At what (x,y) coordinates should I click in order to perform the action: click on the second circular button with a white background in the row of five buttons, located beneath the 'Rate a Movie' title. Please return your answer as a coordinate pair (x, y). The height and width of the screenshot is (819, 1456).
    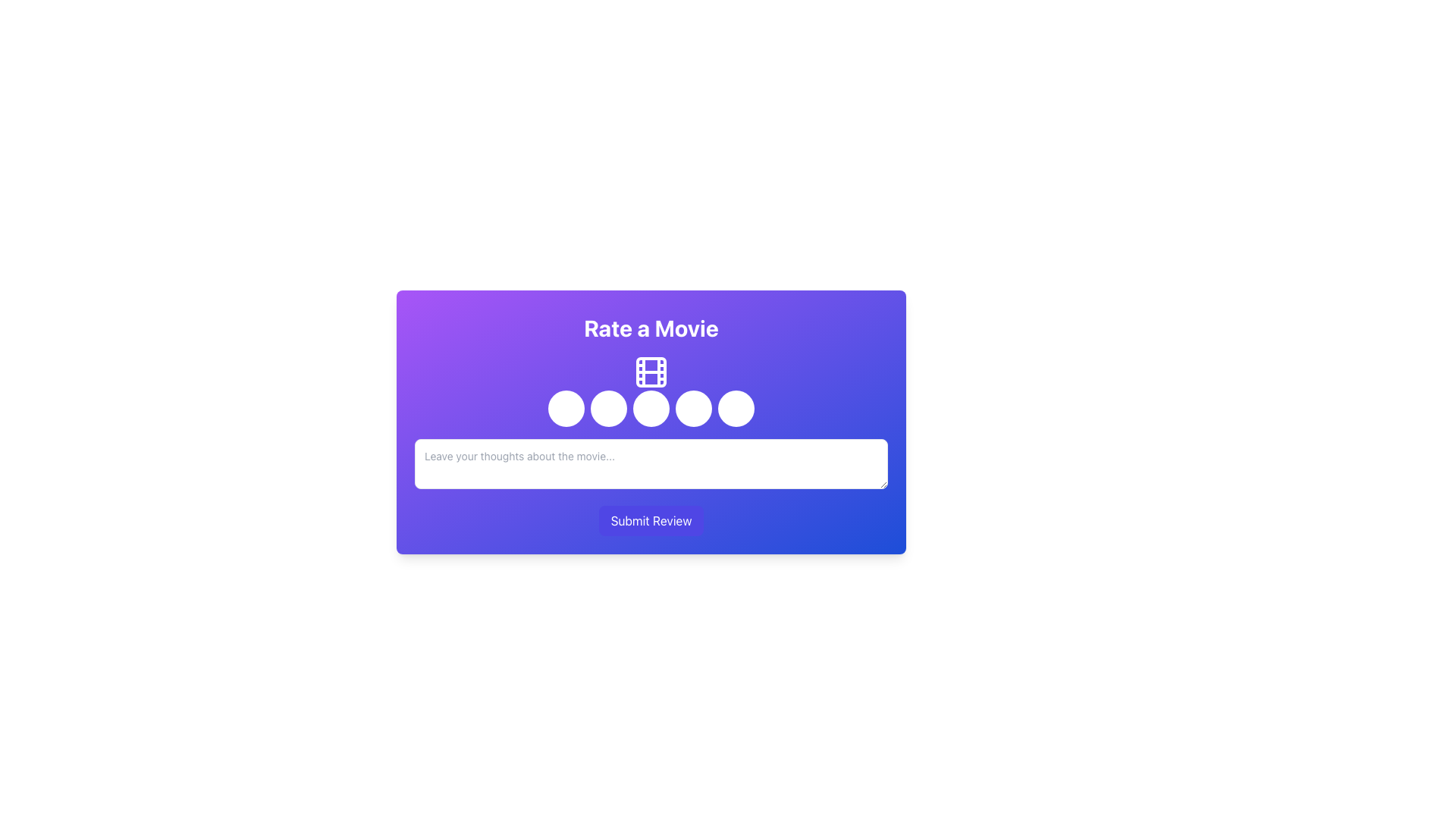
    Looking at the image, I should click on (608, 408).